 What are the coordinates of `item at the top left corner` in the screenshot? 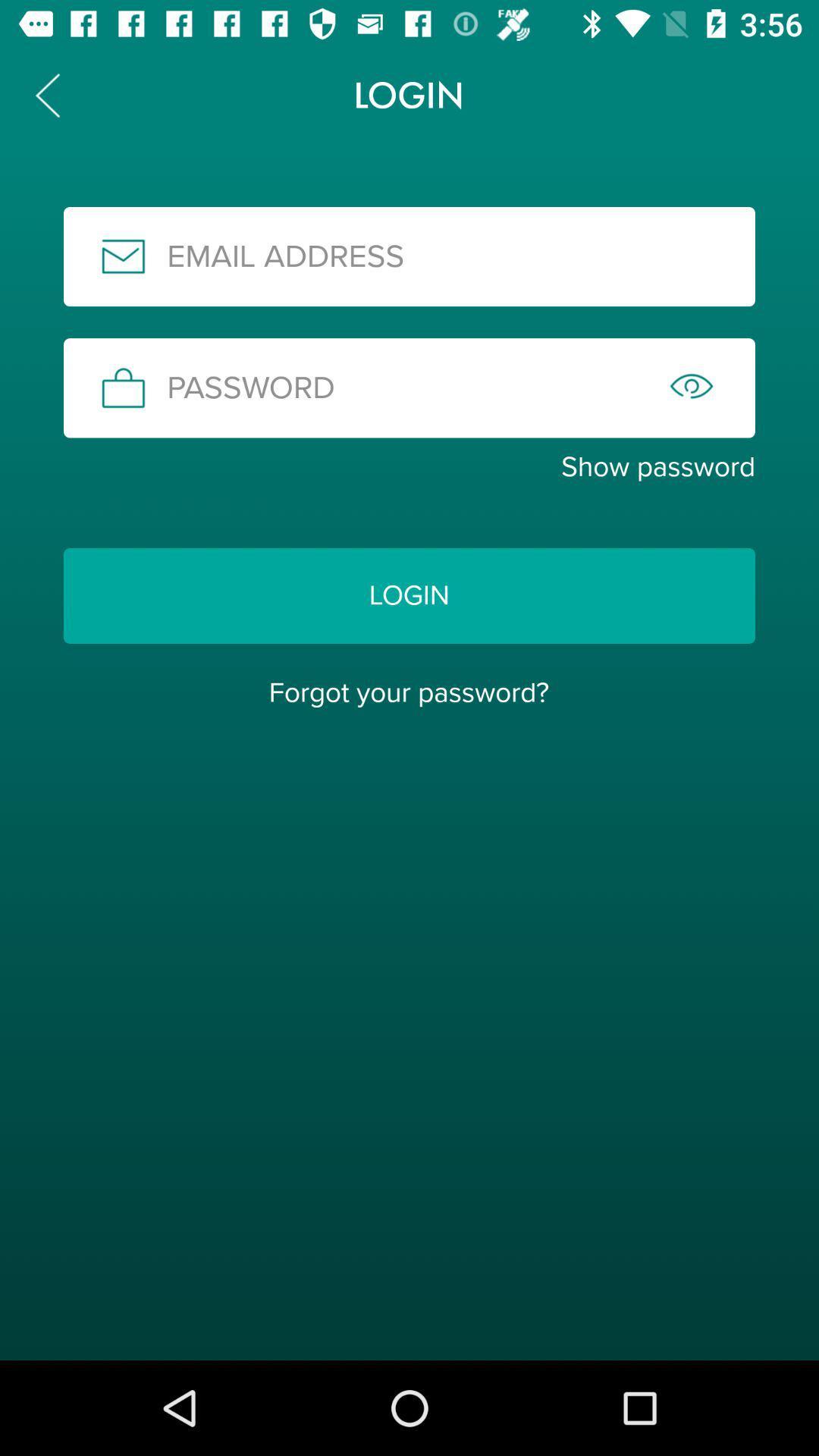 It's located at (46, 94).